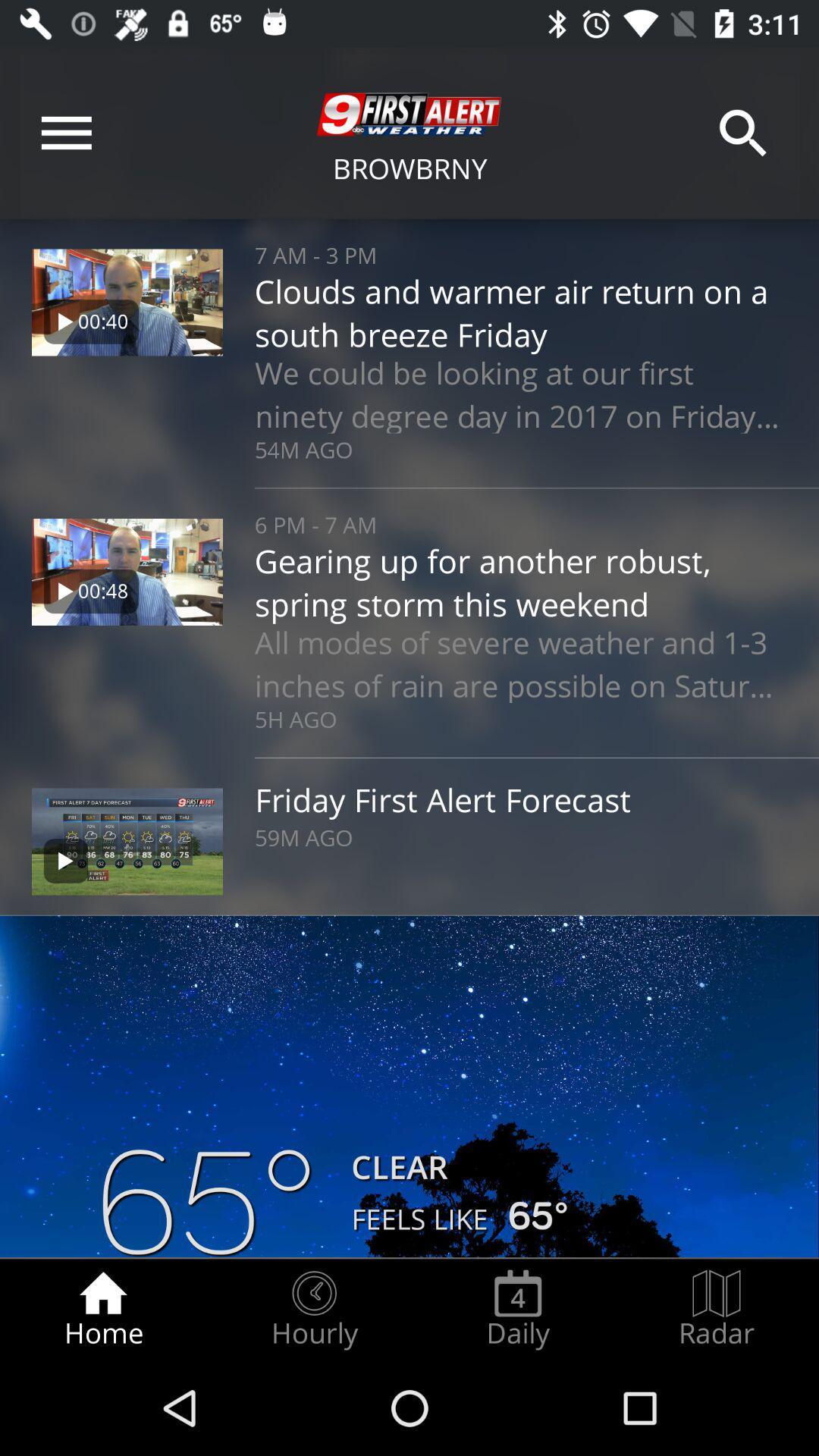 The width and height of the screenshot is (819, 1456). Describe the element at coordinates (517, 1309) in the screenshot. I see `item next to hourly icon` at that location.